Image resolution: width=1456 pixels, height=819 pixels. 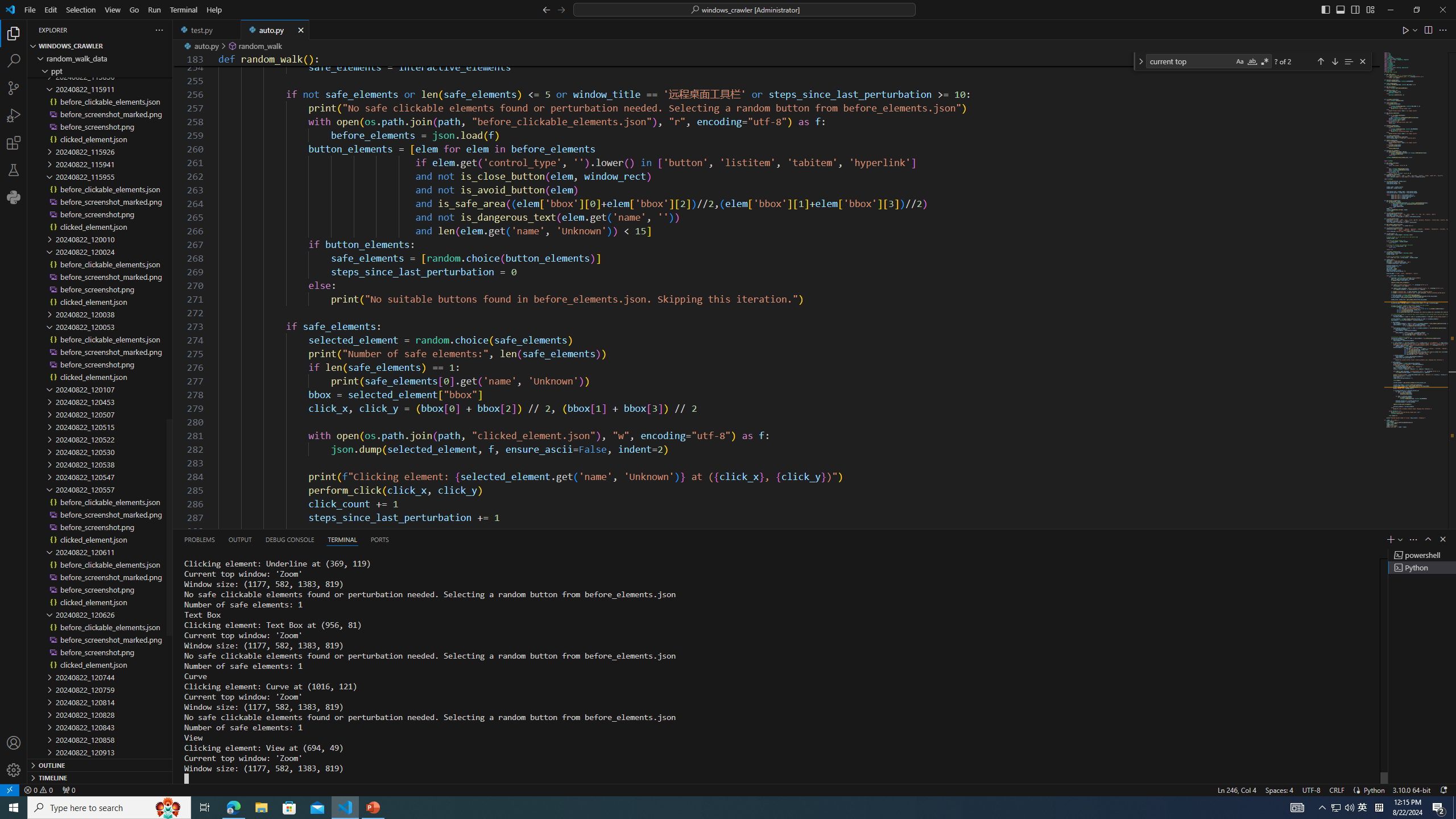 I want to click on 'Close (Ctrl+F4)', so click(x=301, y=29).